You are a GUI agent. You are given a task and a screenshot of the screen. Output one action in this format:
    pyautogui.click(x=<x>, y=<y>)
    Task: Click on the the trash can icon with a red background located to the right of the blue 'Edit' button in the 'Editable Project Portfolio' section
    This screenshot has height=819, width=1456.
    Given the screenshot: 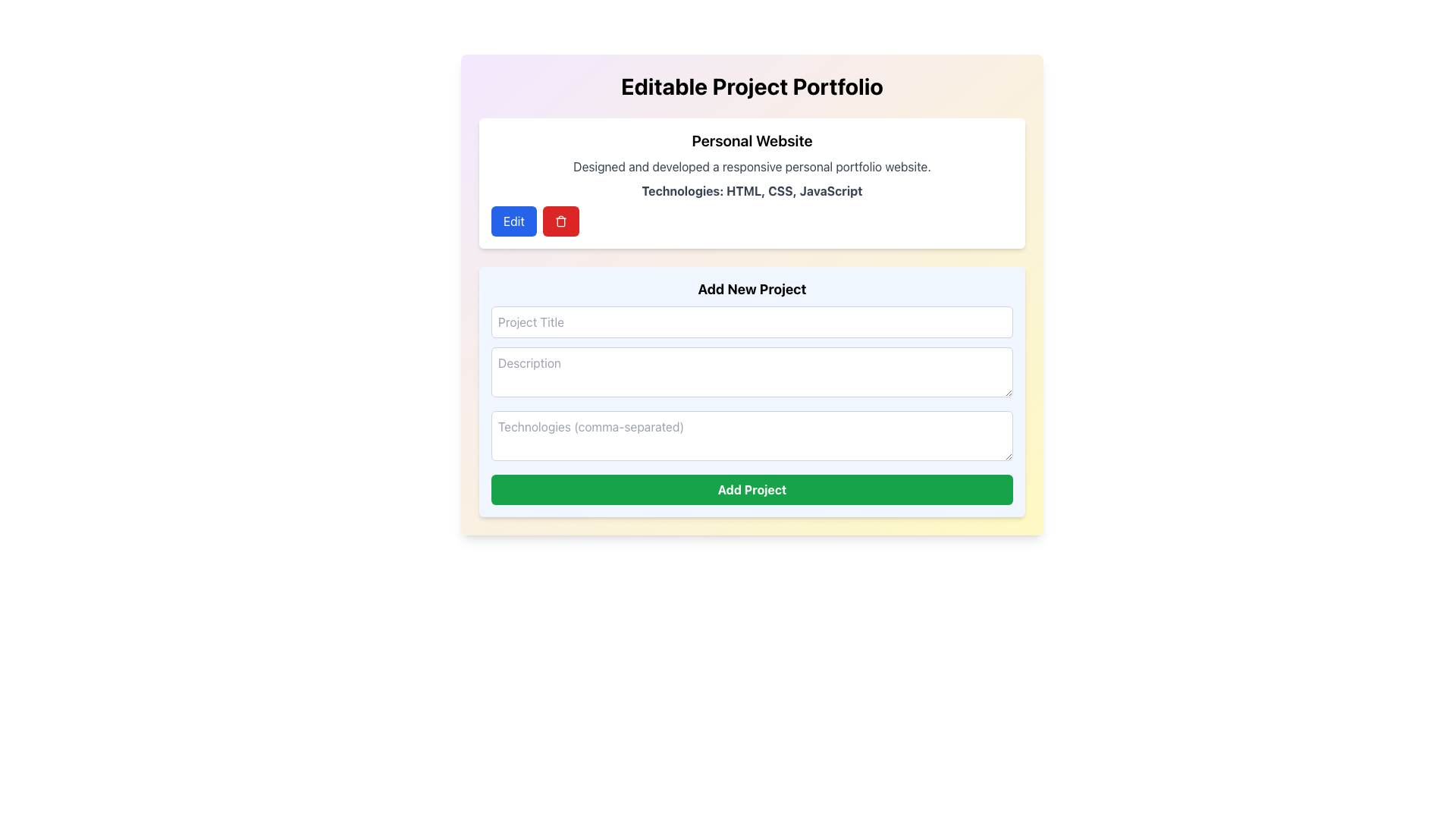 What is the action you would take?
    pyautogui.click(x=560, y=221)
    